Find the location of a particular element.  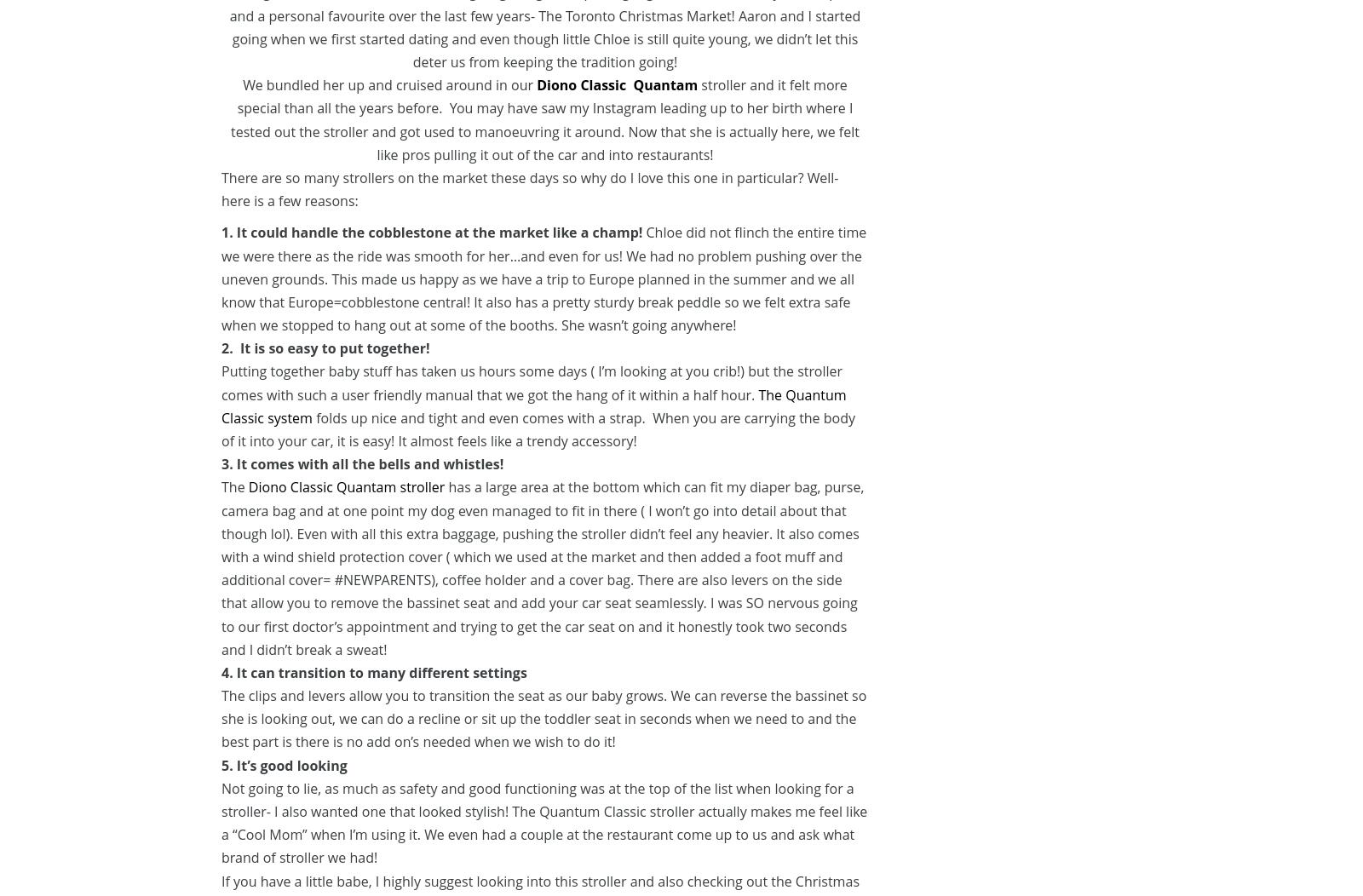

'folds up nice and tight and even comes with a strap.  When you are carrying the body of it into your car, it is easy! It almost feels like a trendy accessory!' is located at coordinates (538, 428).